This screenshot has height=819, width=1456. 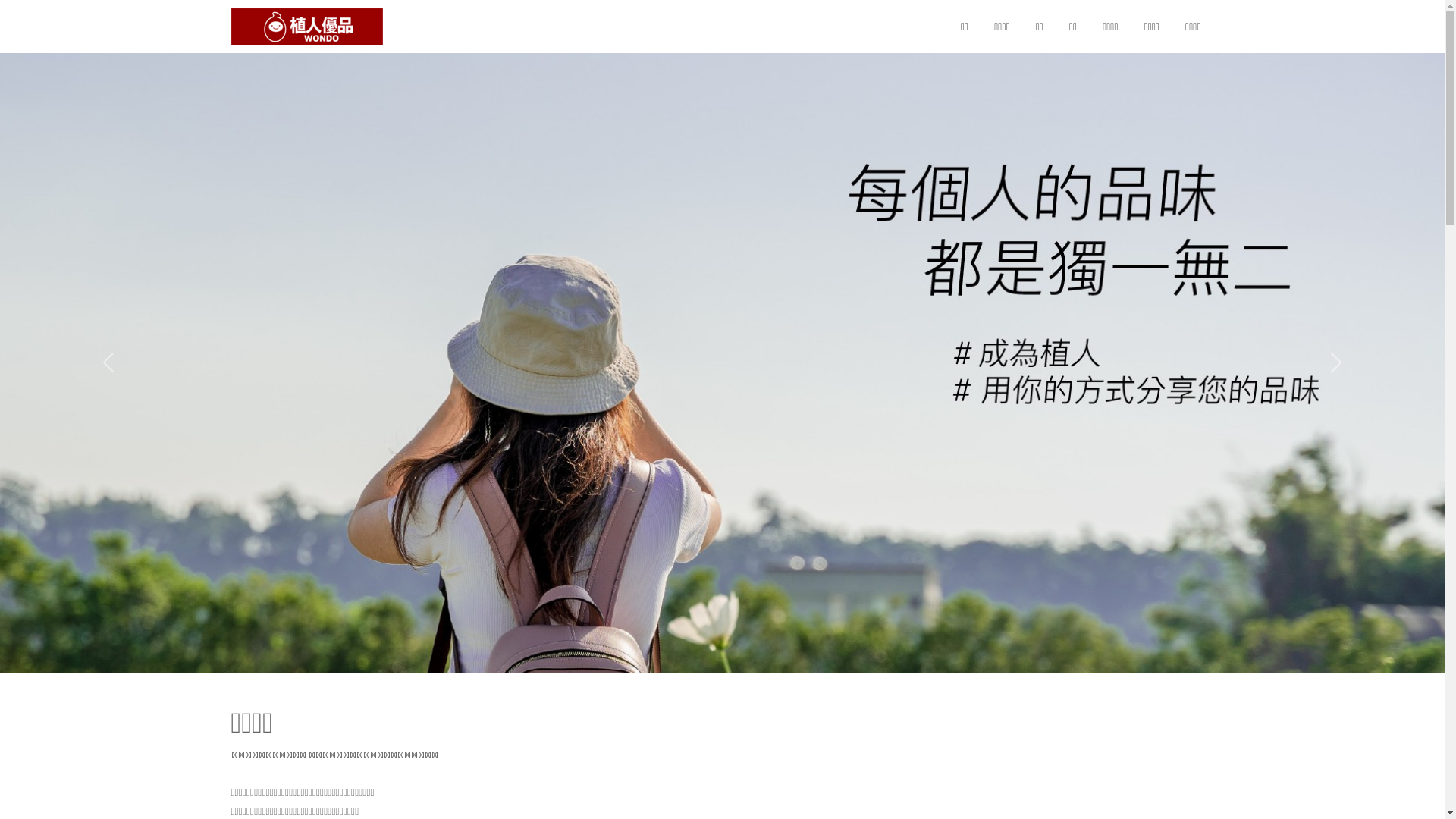 What do you see at coordinates (1335, 362) in the screenshot?
I see `'Next'` at bounding box center [1335, 362].